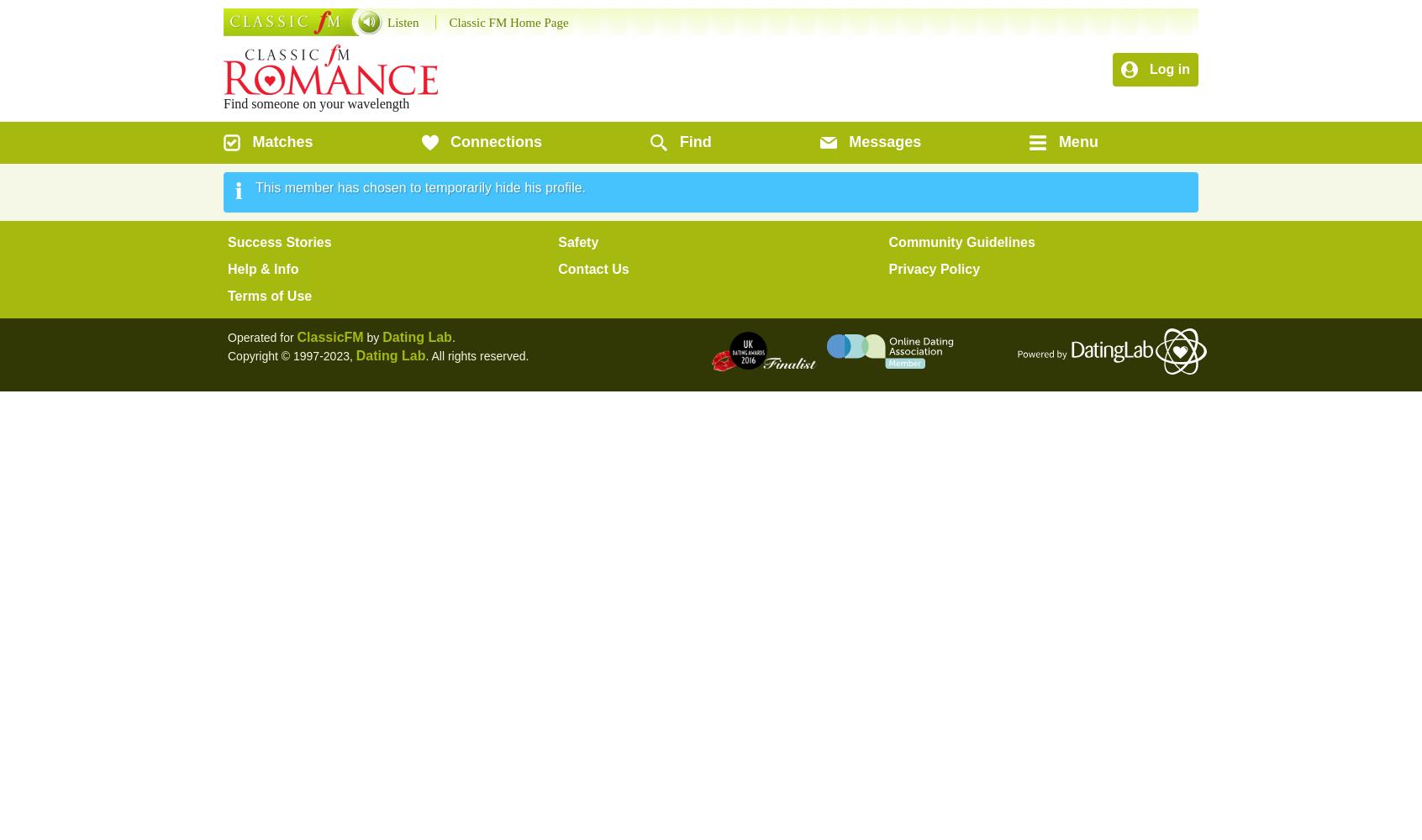 Image resolution: width=1422 pixels, height=840 pixels. Describe the element at coordinates (268, 295) in the screenshot. I see `'Terms of Use'` at that location.